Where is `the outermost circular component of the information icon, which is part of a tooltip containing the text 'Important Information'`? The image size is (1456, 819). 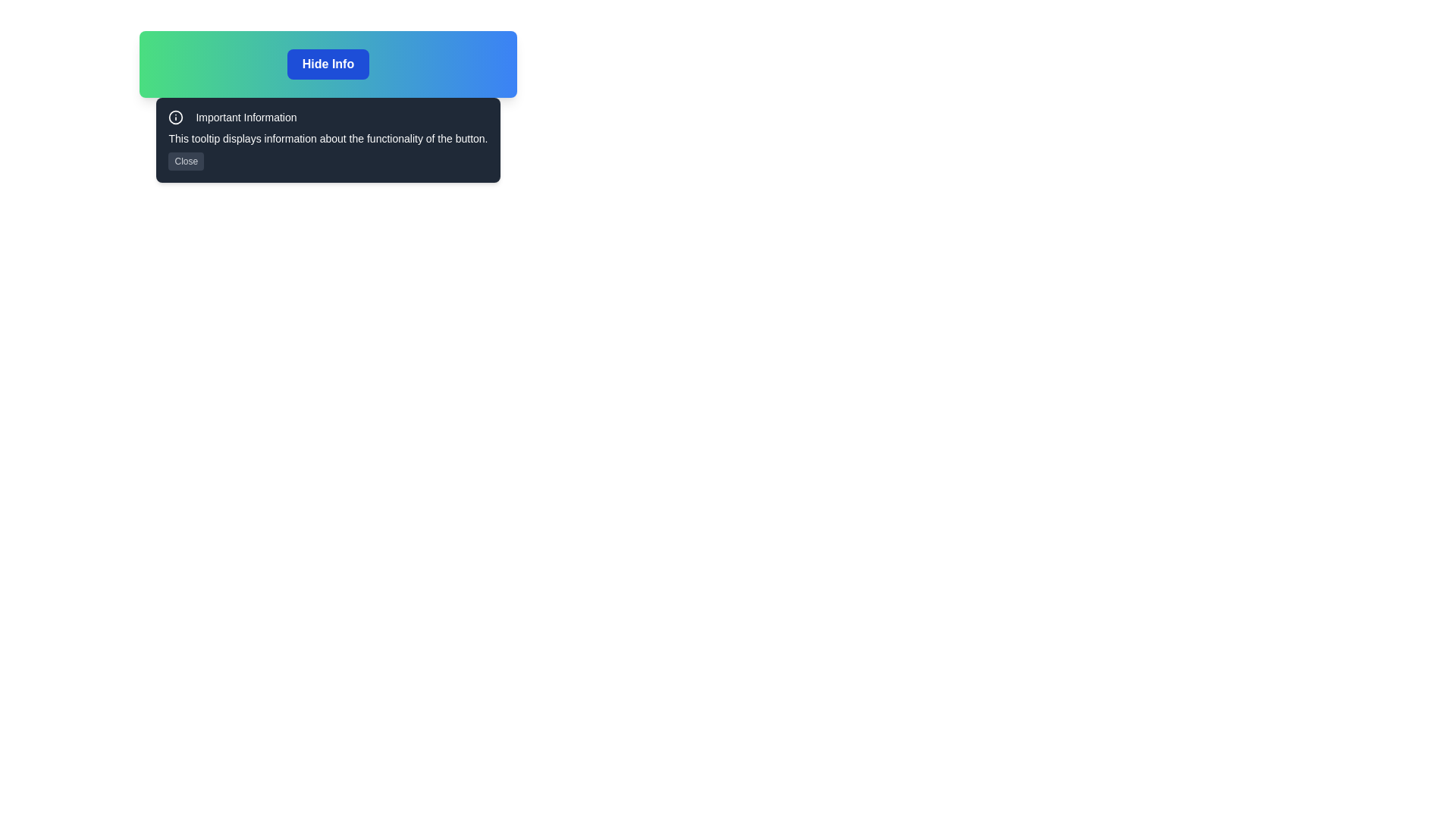 the outermost circular component of the information icon, which is part of a tooltip containing the text 'Important Information' is located at coordinates (176, 116).